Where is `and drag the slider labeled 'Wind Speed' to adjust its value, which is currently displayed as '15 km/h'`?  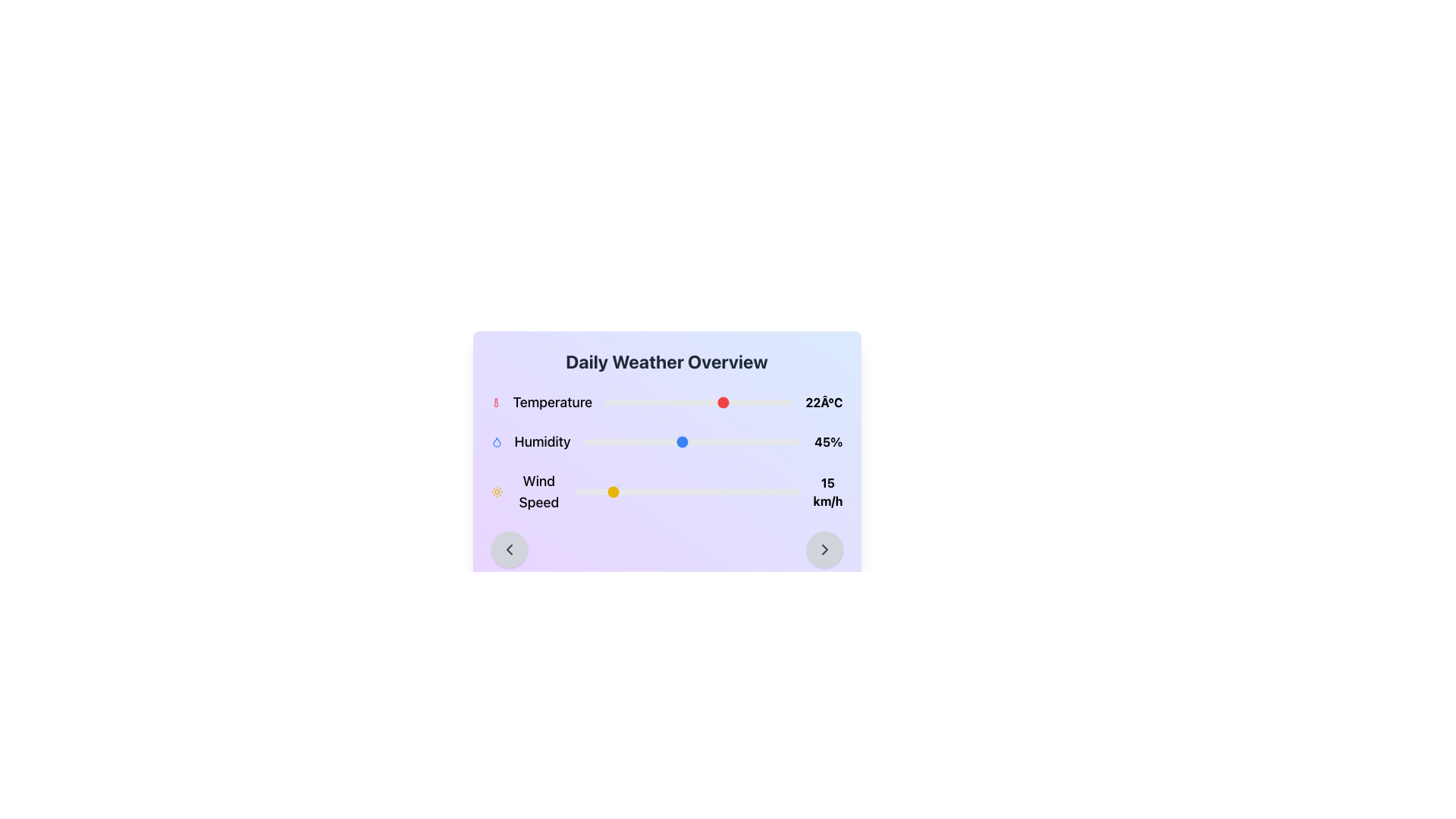
and drag the slider labeled 'Wind Speed' to adjust its value, which is currently displayed as '15 km/h' is located at coordinates (667, 491).